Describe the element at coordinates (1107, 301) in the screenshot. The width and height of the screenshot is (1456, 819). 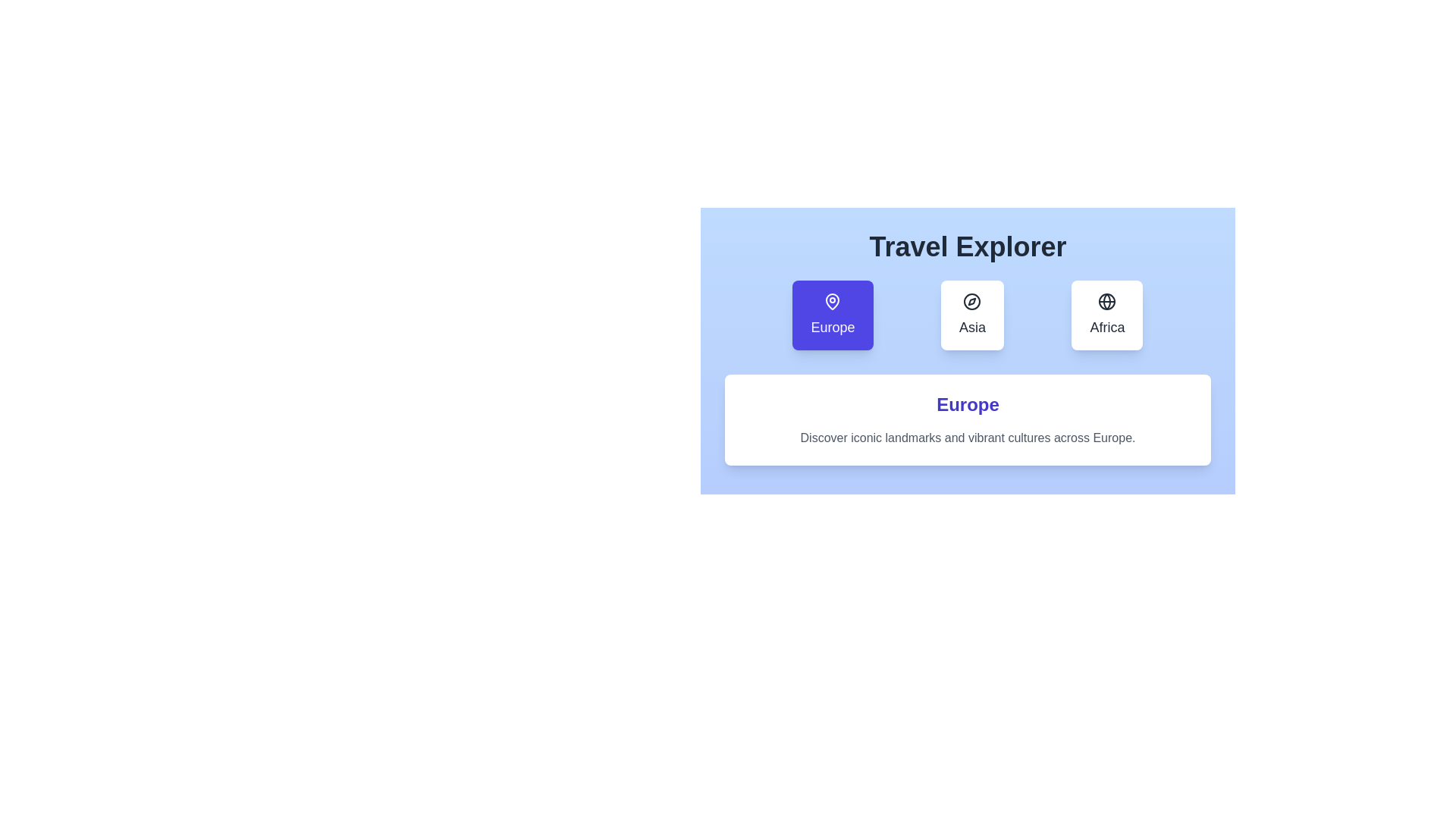
I see `the globe-shaped icon representing the 'Africa' option, which is located in the top-right section of the main interactive area` at that location.